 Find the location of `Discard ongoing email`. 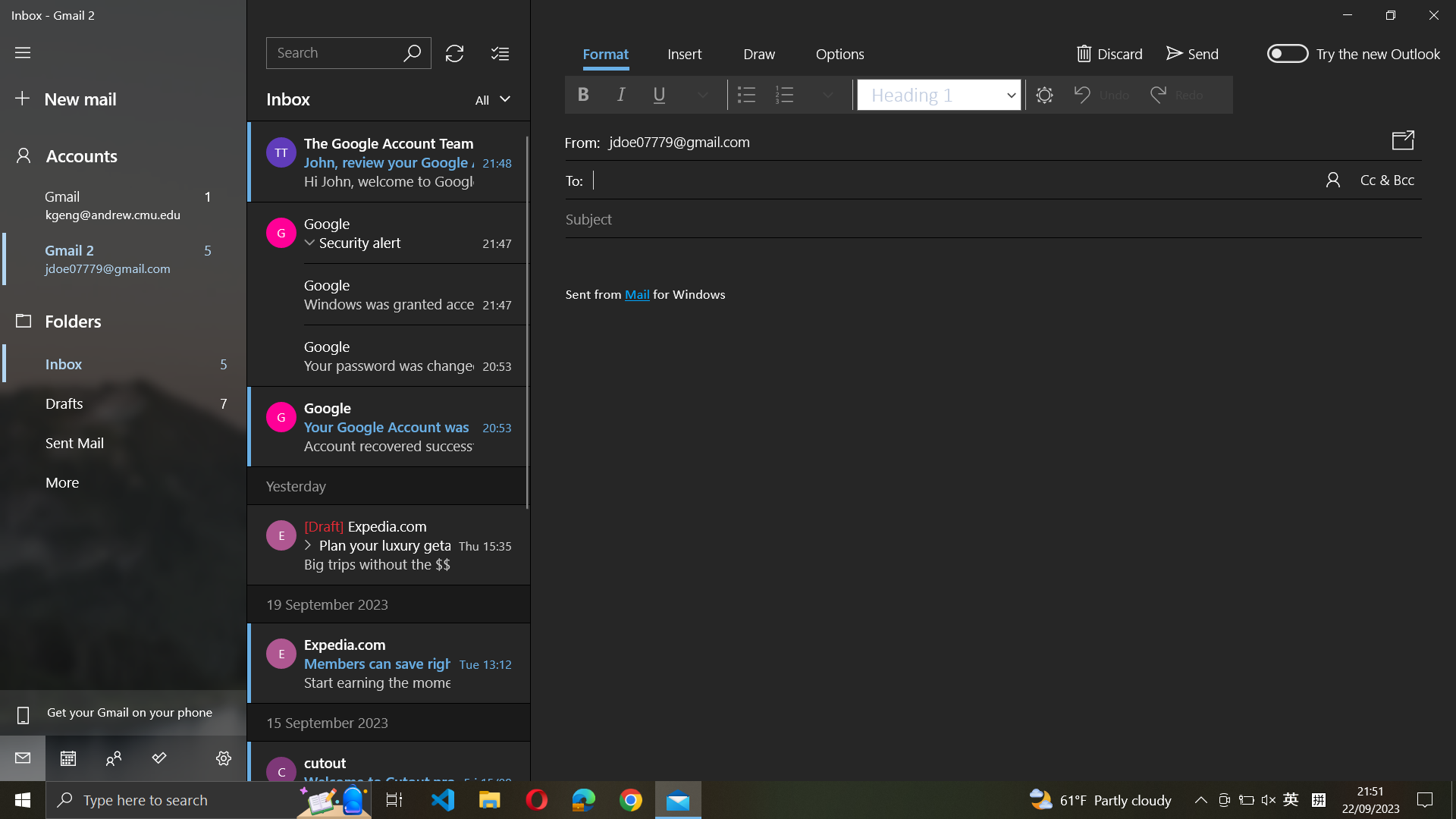

Discard ongoing email is located at coordinates (1109, 51).